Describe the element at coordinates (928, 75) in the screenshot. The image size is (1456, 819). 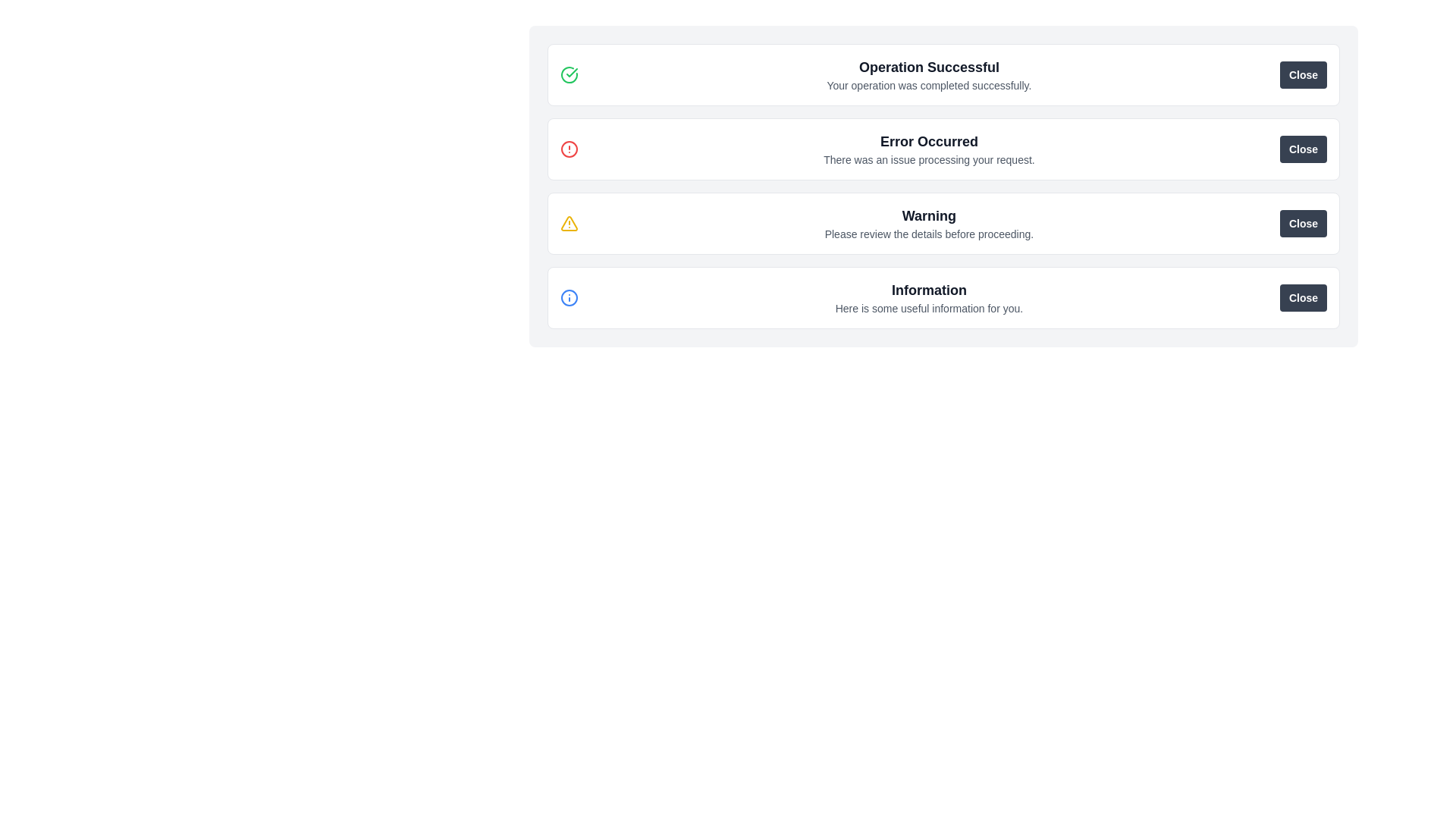
I see `the textual component in the first notification card that indicates the successful completion of an operation` at that location.